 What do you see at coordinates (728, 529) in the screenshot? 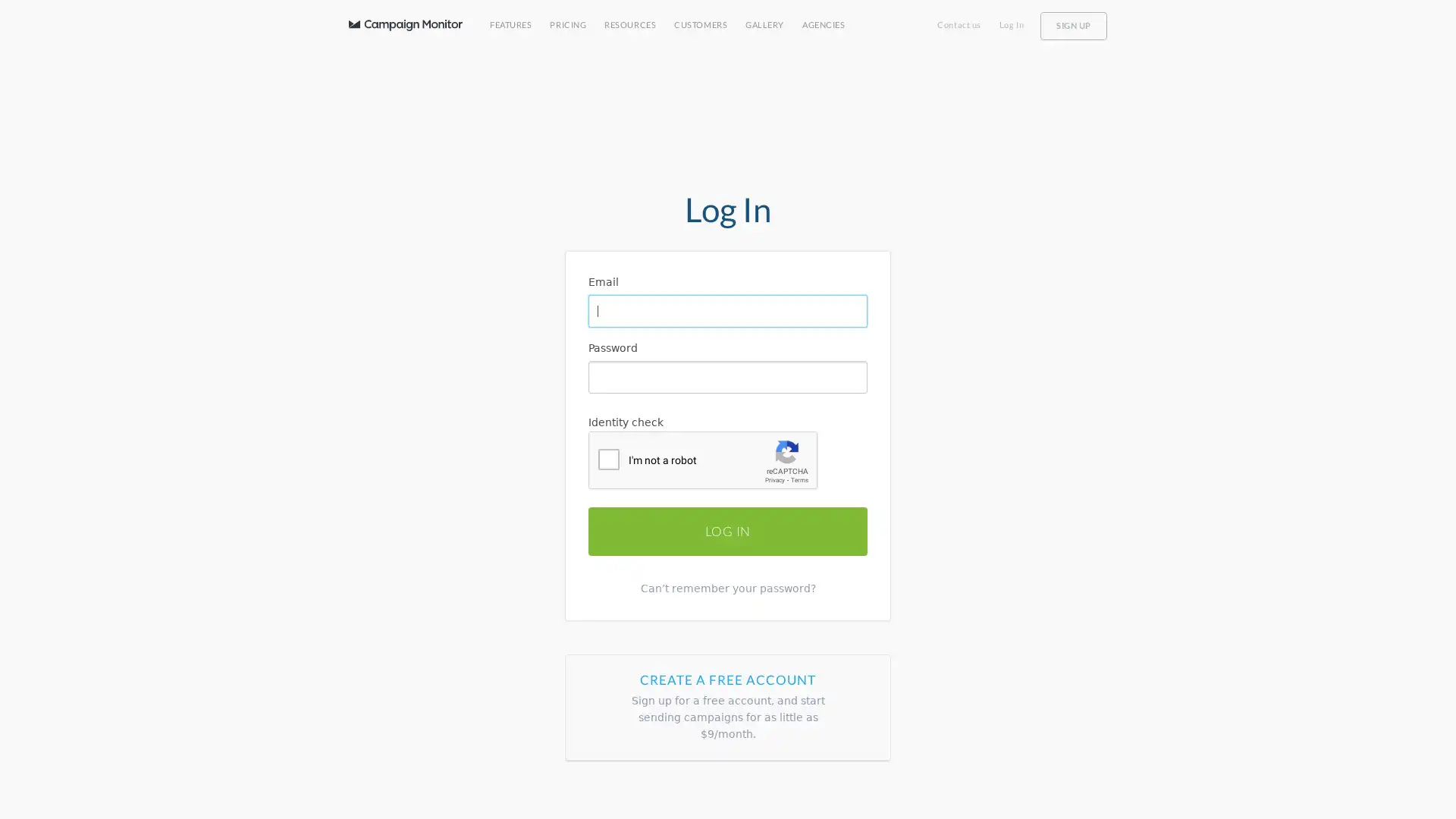
I see `LOG IN` at bounding box center [728, 529].